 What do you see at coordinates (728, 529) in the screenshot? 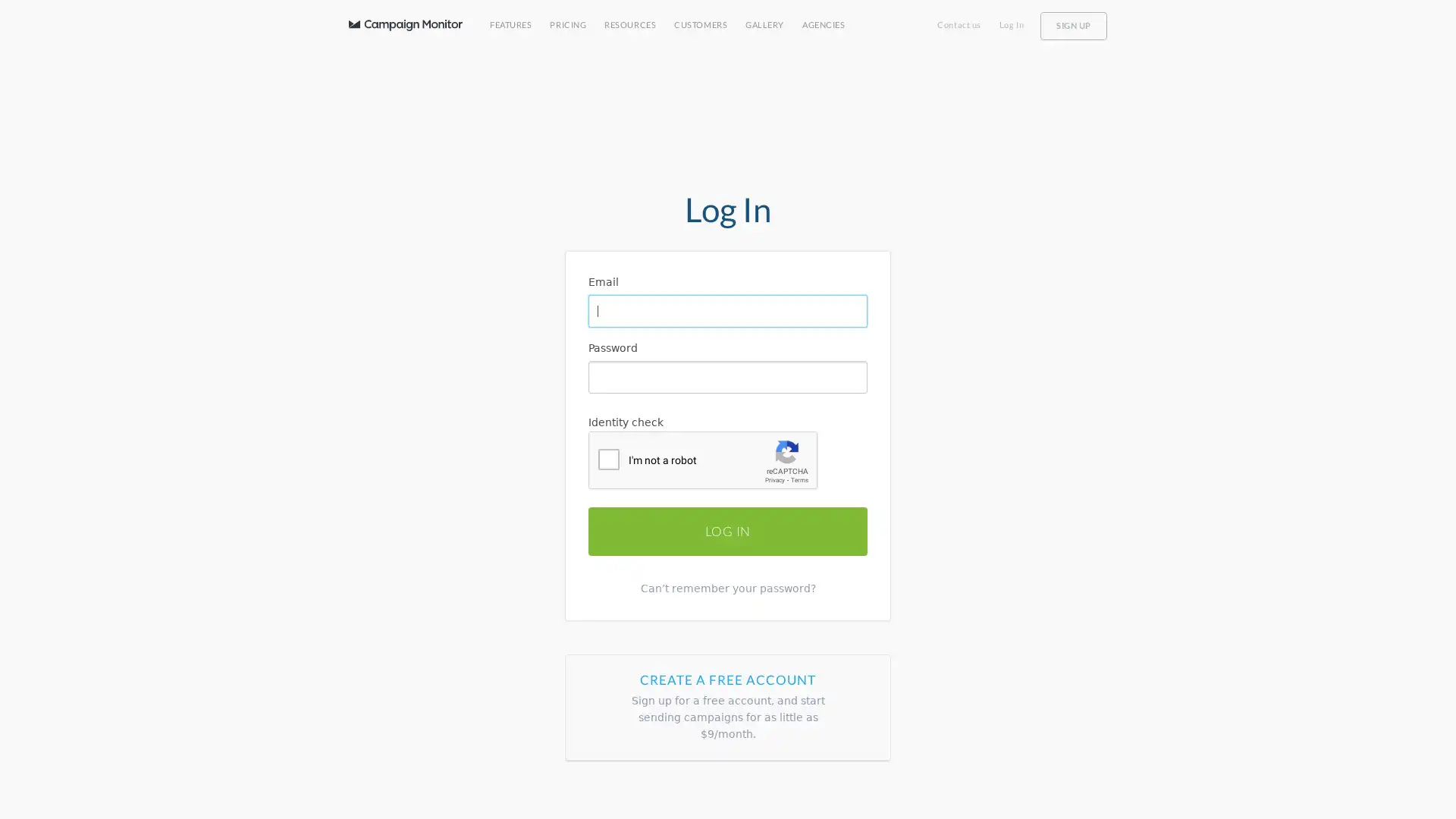
I see `LOG IN` at bounding box center [728, 529].